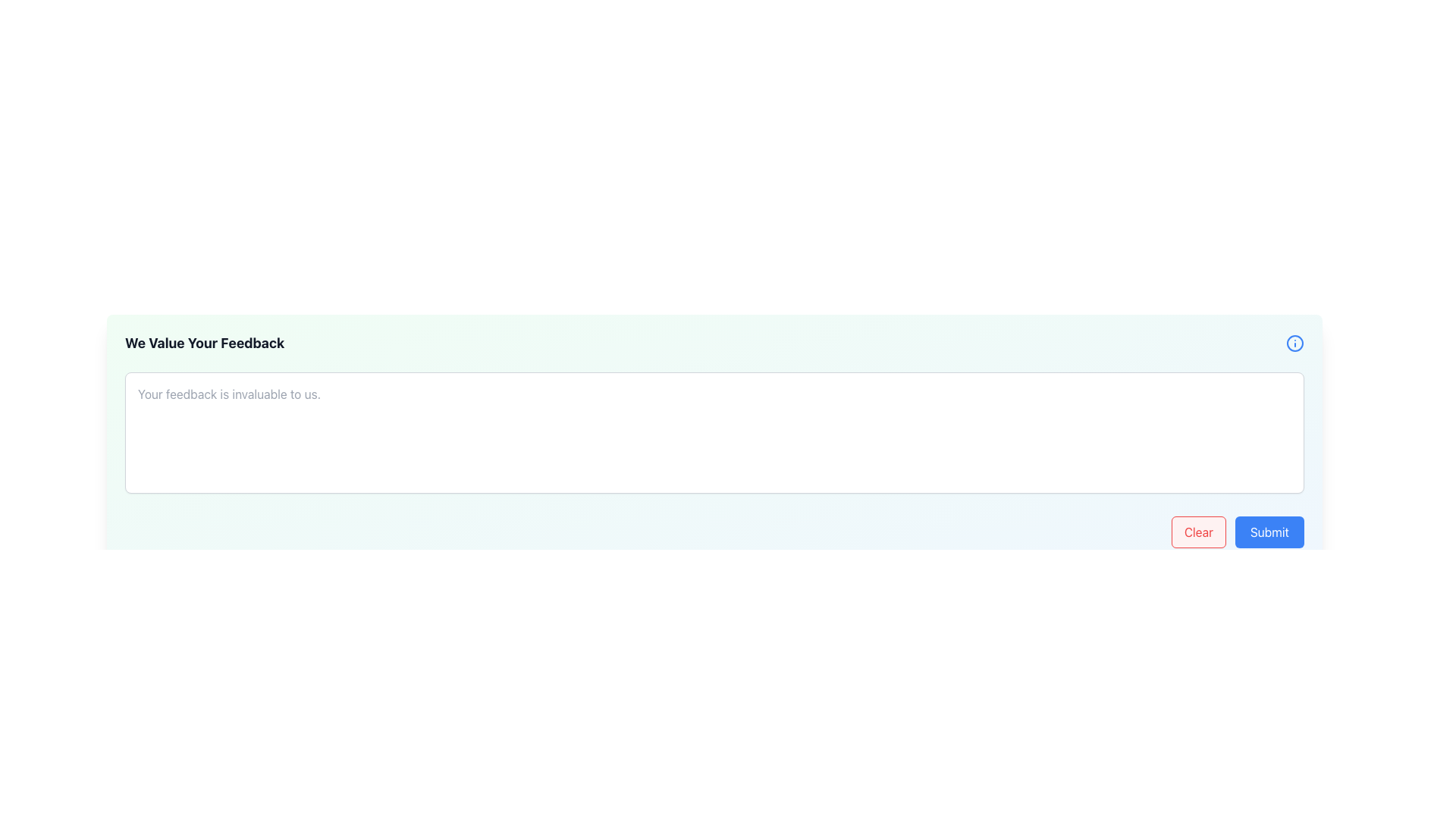 This screenshot has width=1456, height=819. What do you see at coordinates (1294, 343) in the screenshot?
I see `the information/help icon located at the far right of the top bar of the feedback form panel` at bounding box center [1294, 343].